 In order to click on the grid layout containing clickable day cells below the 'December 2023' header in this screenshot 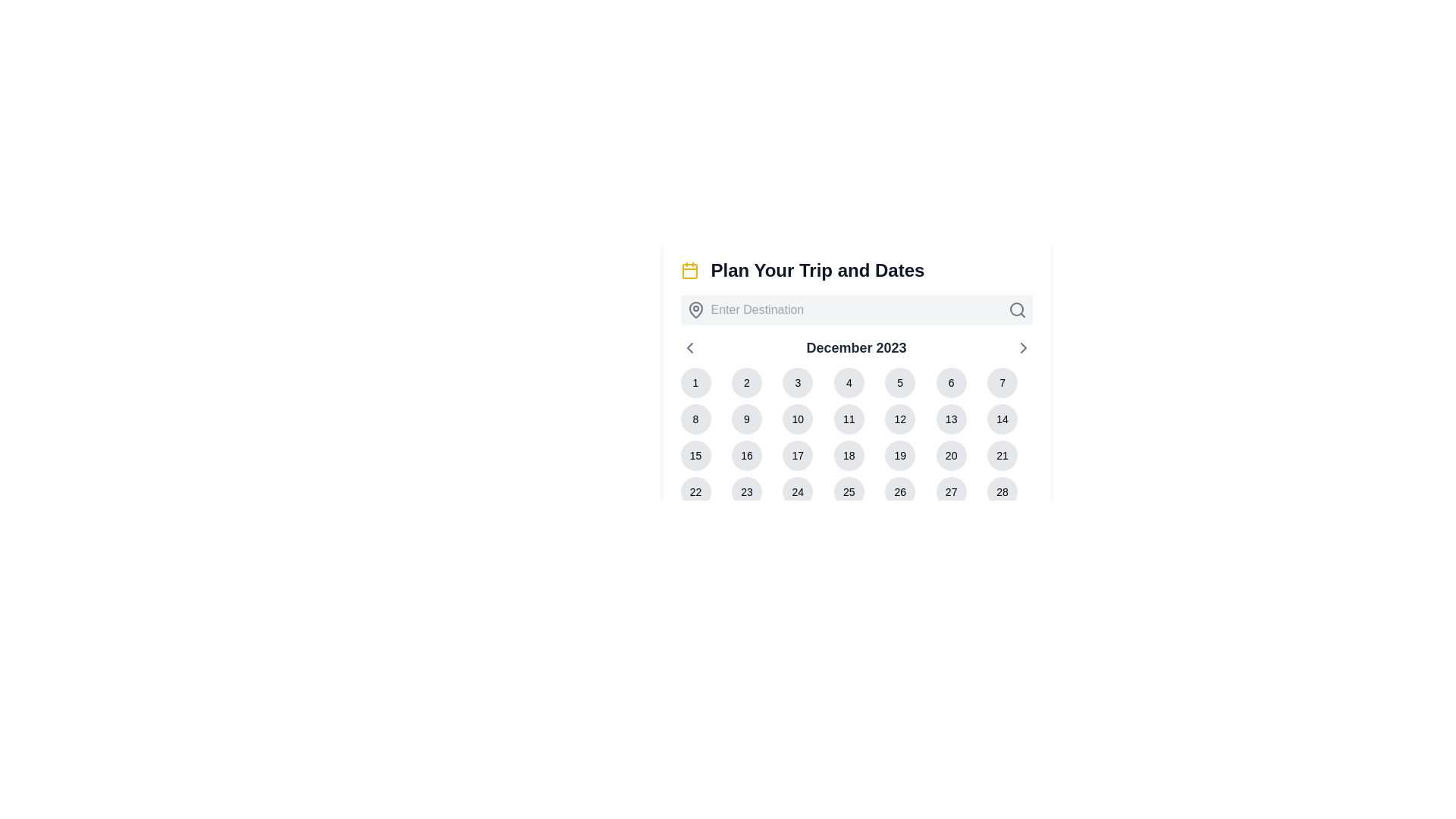, I will do `click(856, 455)`.